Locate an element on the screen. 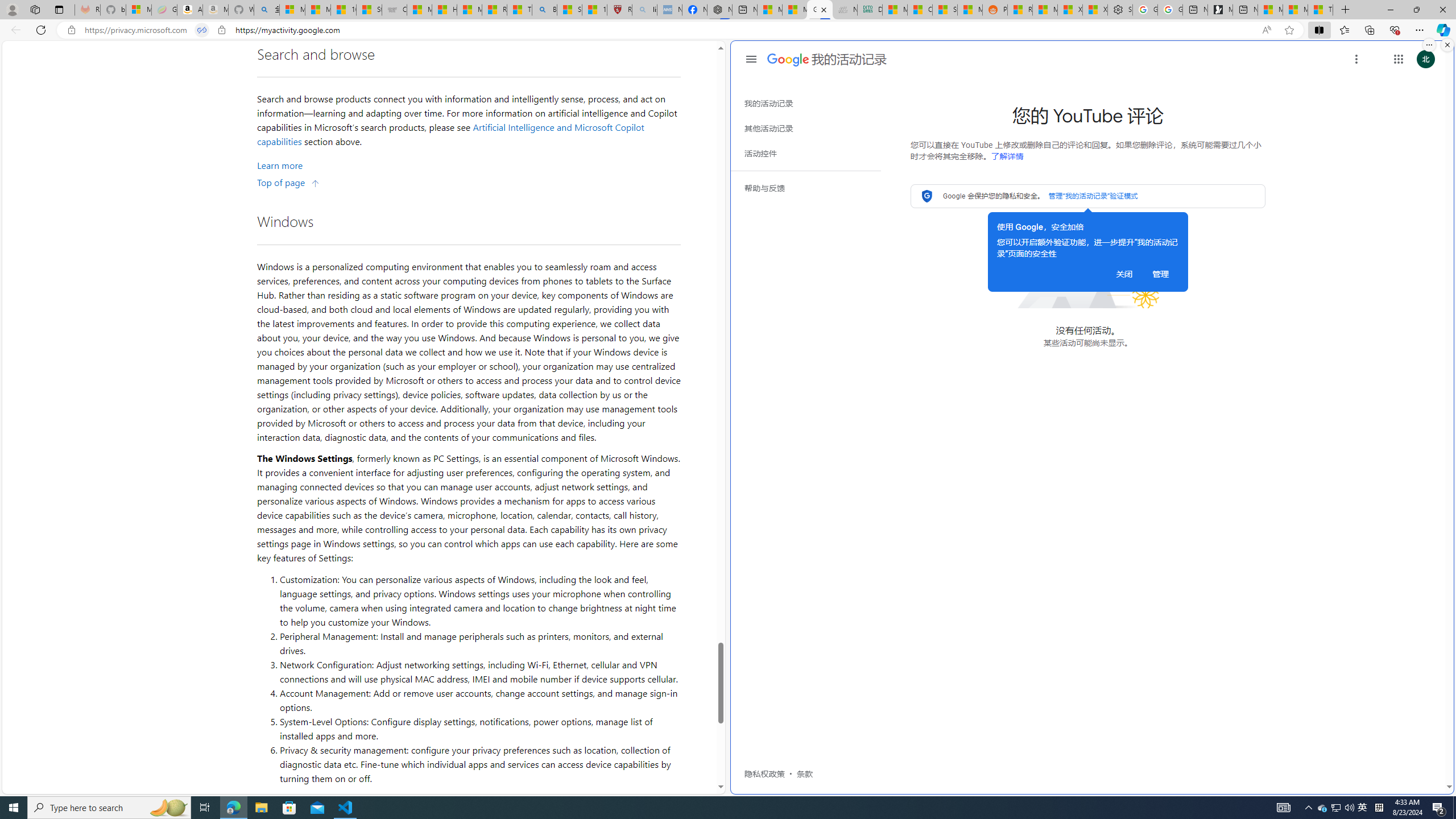 This screenshot has height=819, width=1456. 'Workspaces' is located at coordinates (35, 9).